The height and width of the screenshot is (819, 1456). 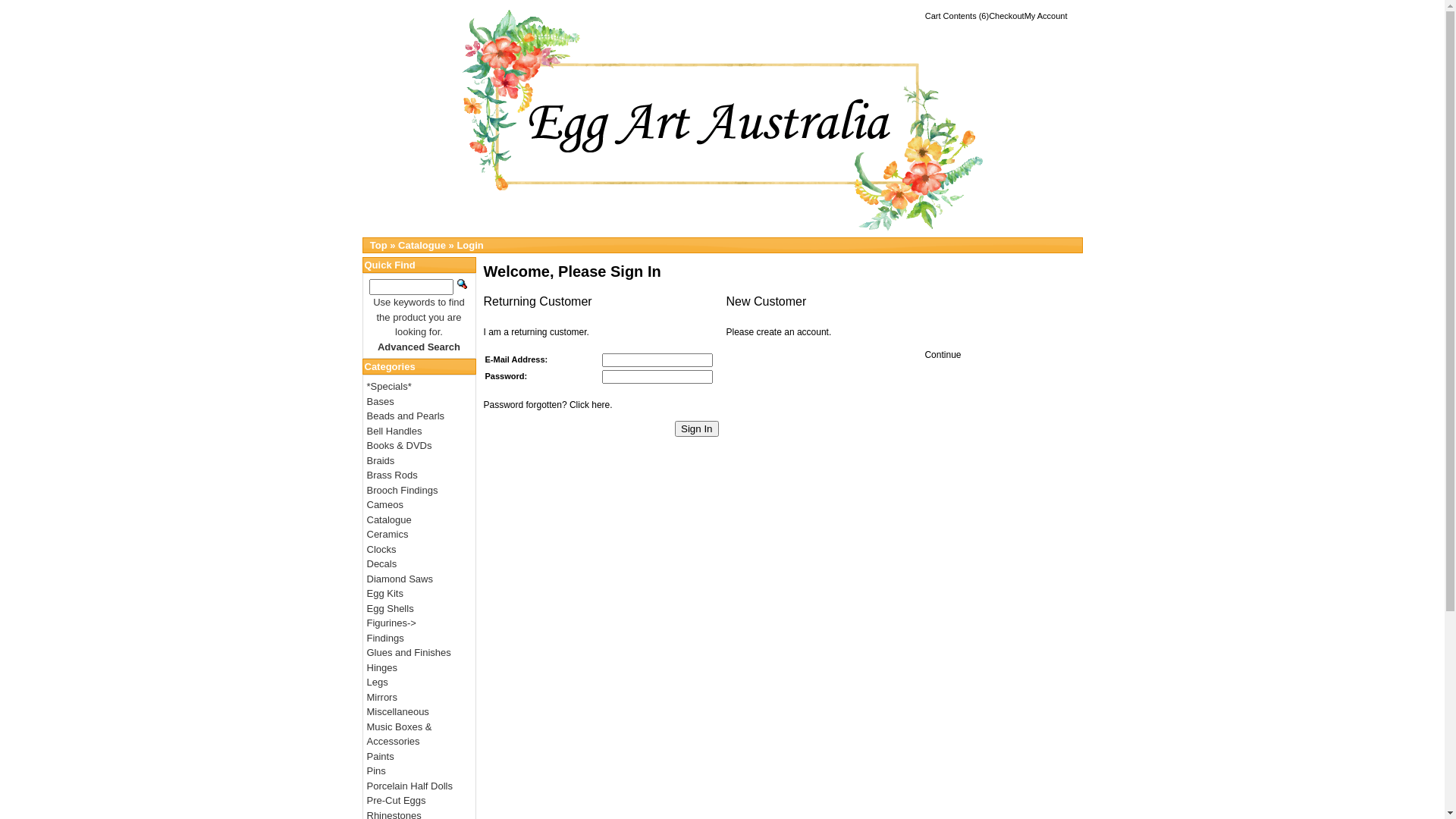 What do you see at coordinates (1006, 15) in the screenshot?
I see `'Checkout'` at bounding box center [1006, 15].